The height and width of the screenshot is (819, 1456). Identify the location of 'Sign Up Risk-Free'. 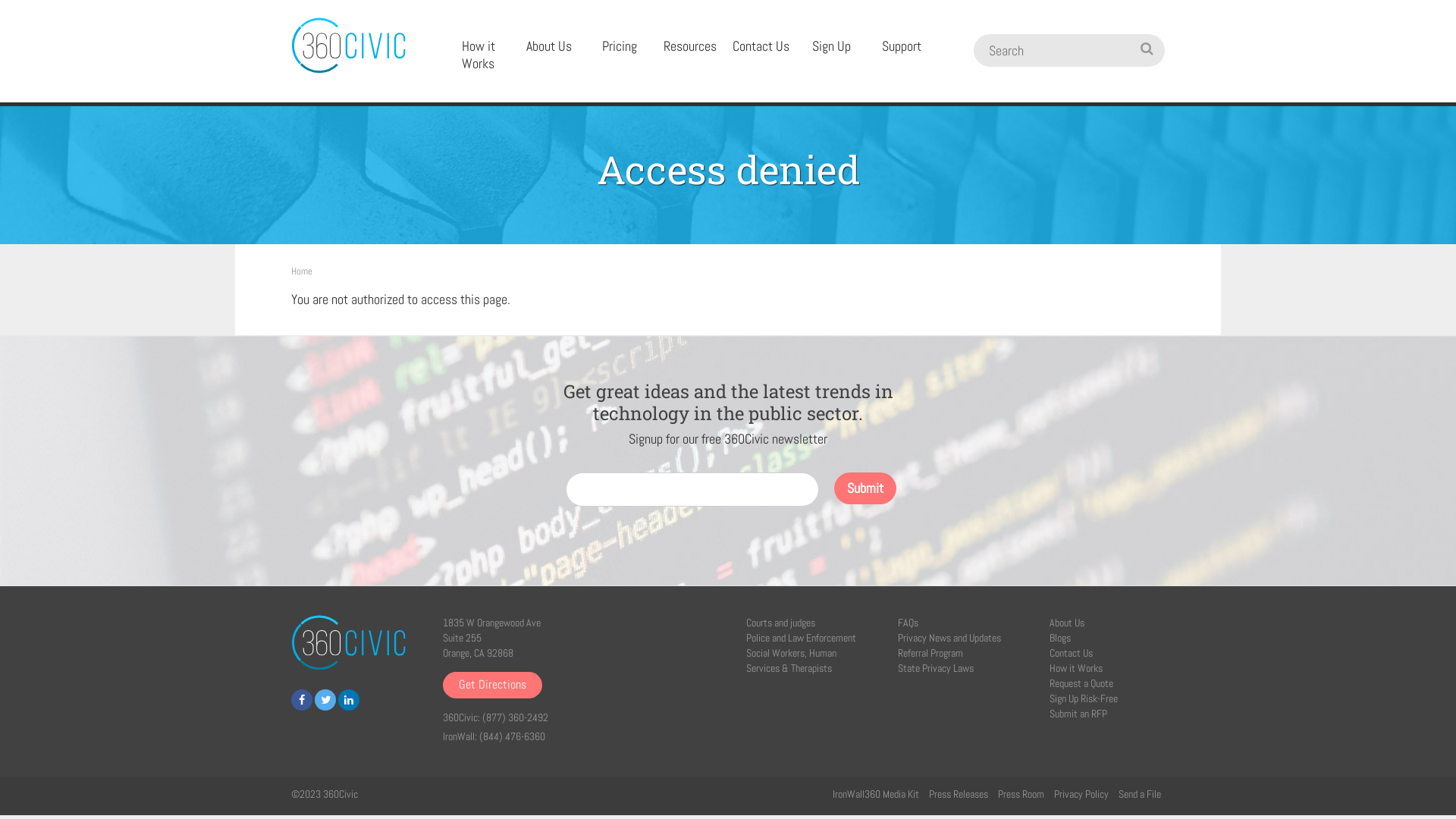
(1083, 698).